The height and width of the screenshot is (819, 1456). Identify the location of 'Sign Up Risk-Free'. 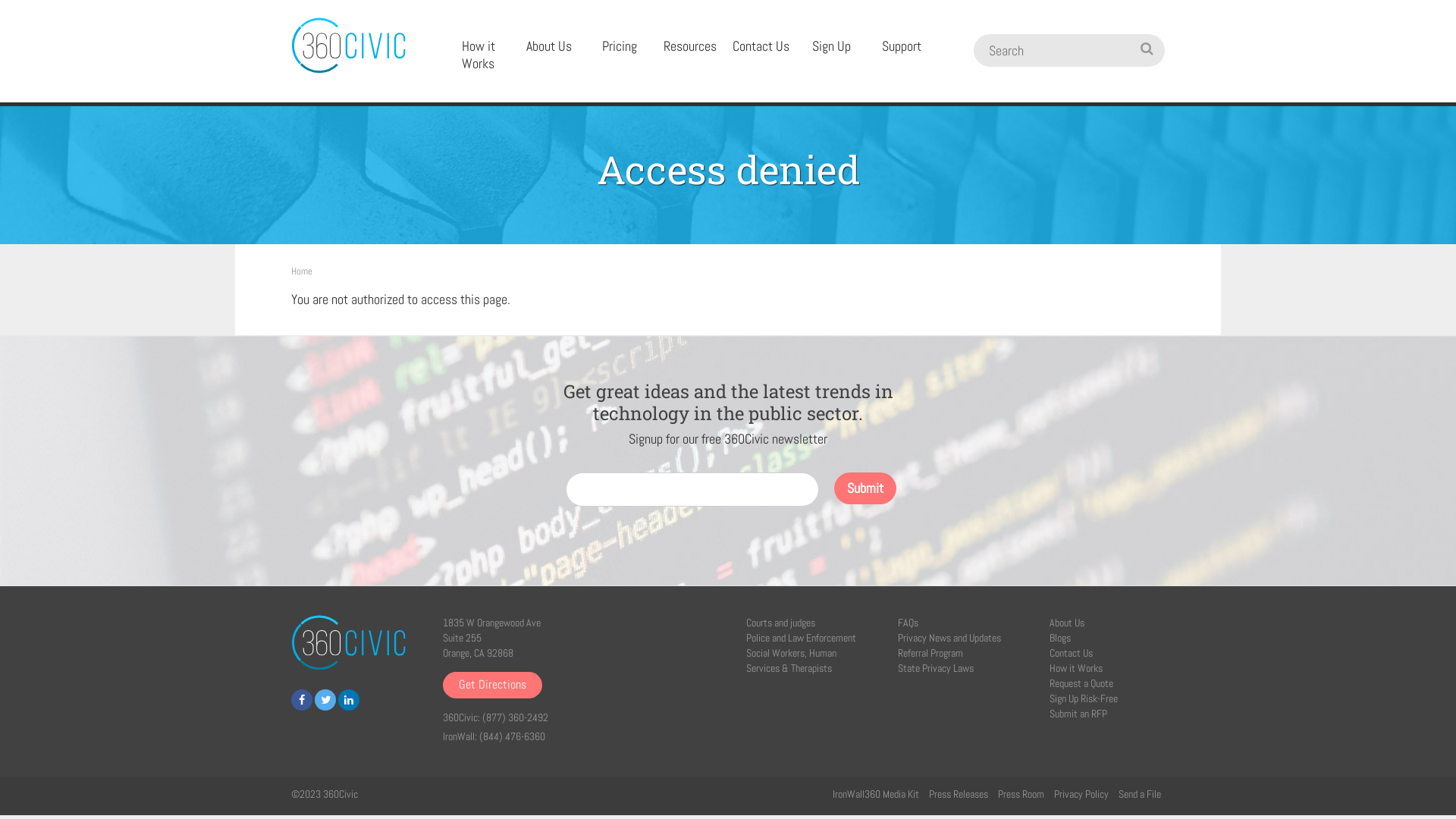
(1083, 698).